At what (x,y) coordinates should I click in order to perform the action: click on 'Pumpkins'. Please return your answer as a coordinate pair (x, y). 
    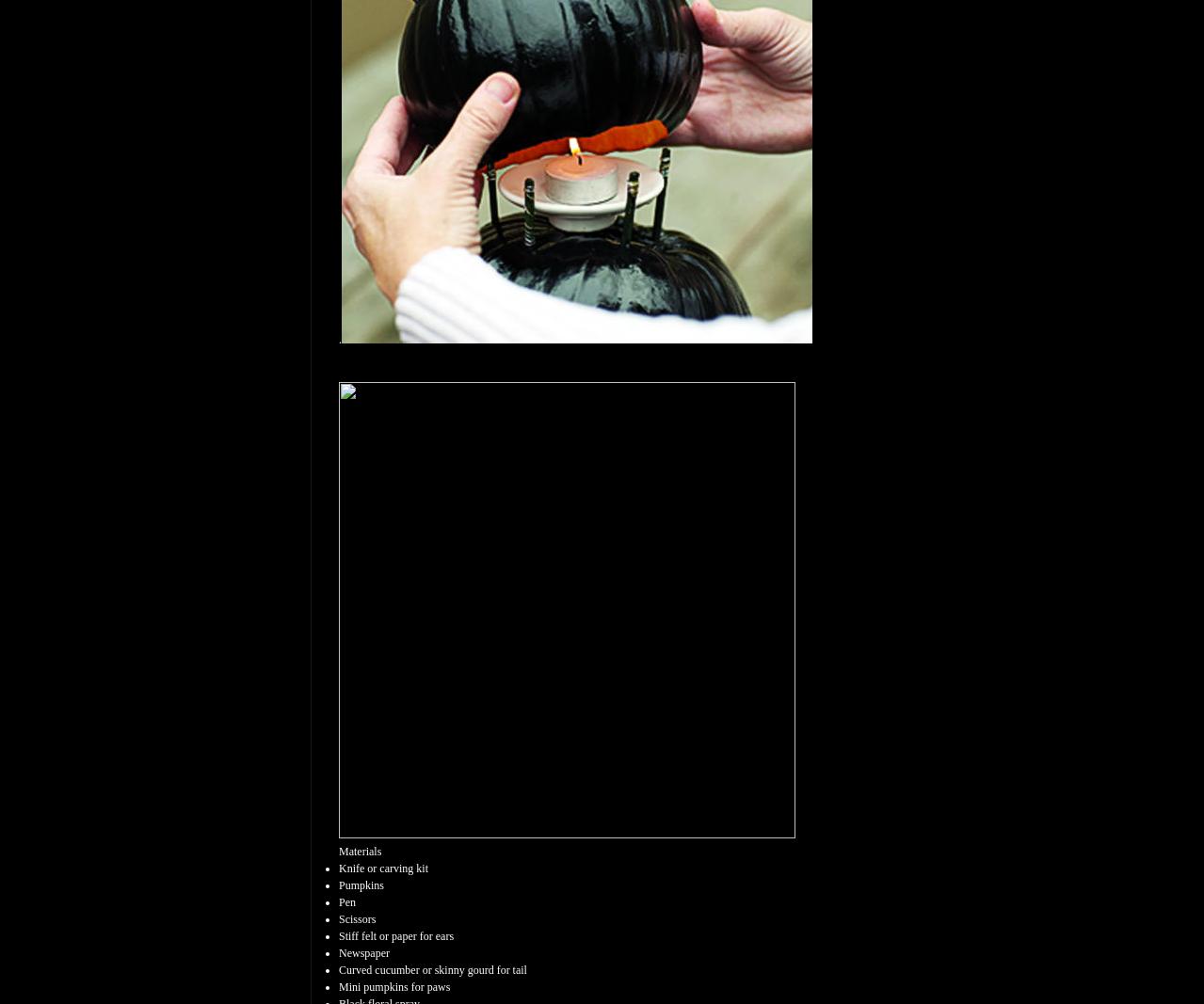
    Looking at the image, I should click on (338, 884).